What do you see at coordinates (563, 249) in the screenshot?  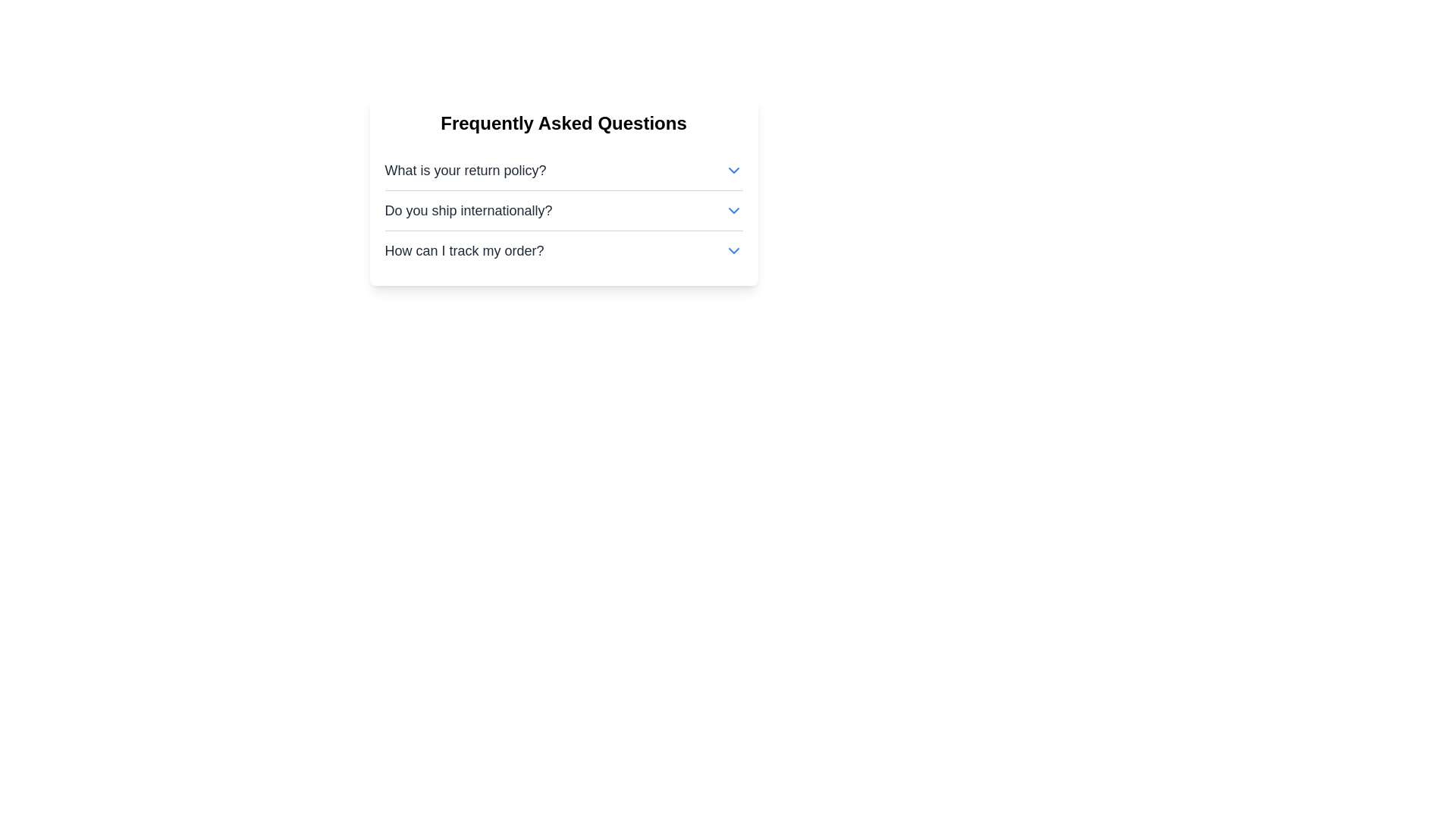 I see `the Expandable FAQ item related to tracking an order for keyboard navigation` at bounding box center [563, 249].